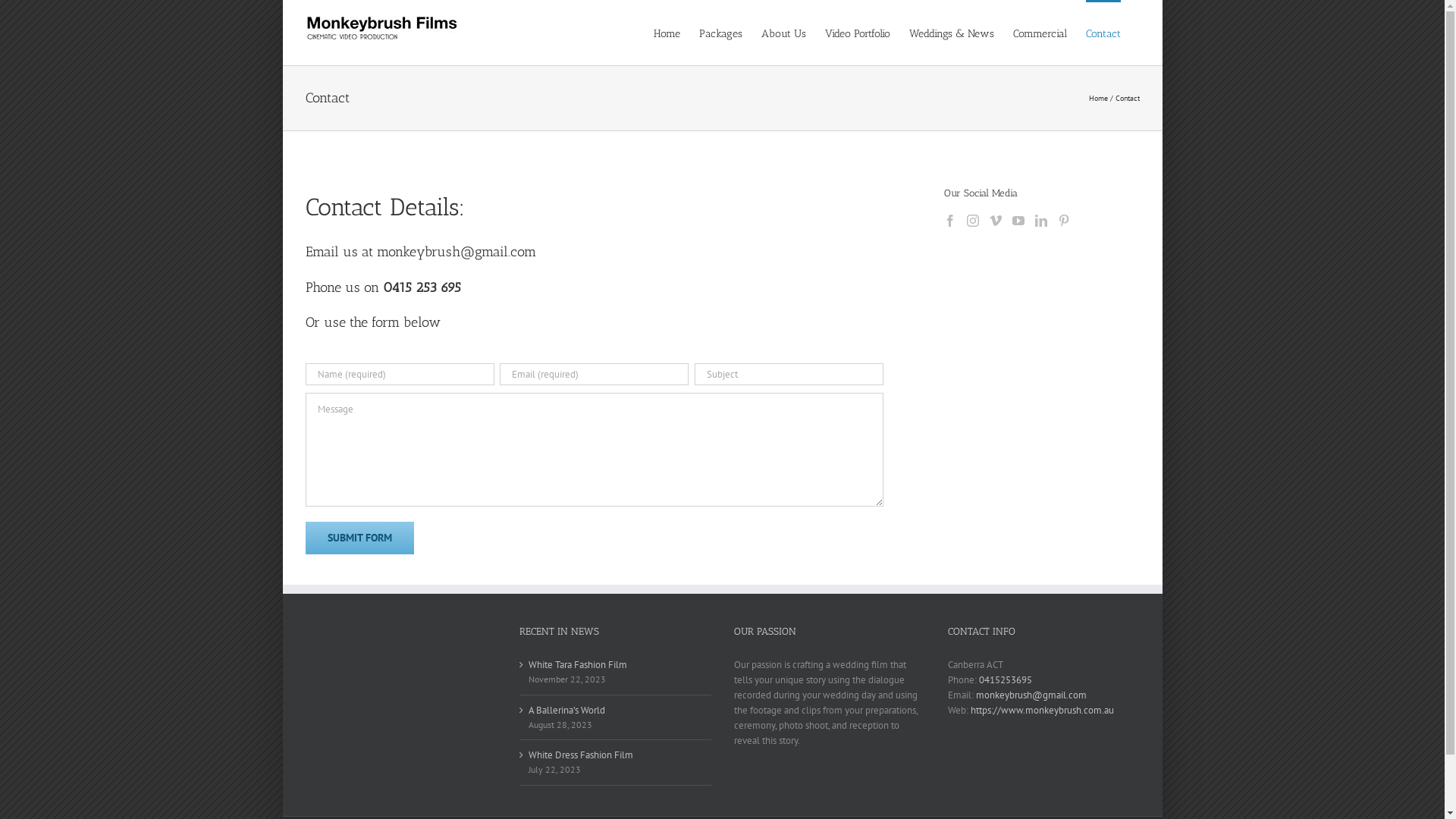 This screenshot has height=819, width=1456. What do you see at coordinates (1098, 98) in the screenshot?
I see `'Home'` at bounding box center [1098, 98].